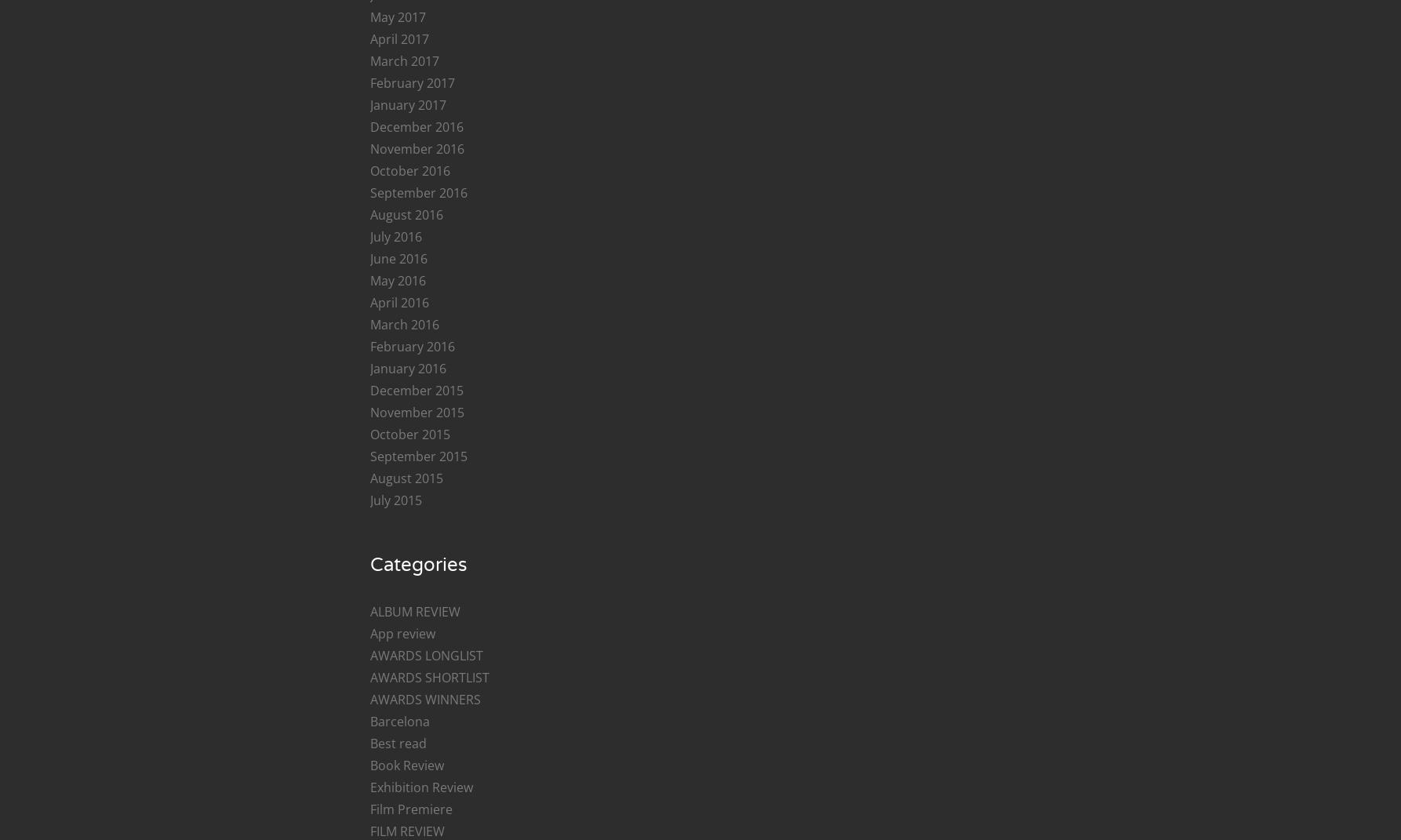 This screenshot has width=1401, height=840. Describe the element at coordinates (409, 435) in the screenshot. I see `'October 2015'` at that location.